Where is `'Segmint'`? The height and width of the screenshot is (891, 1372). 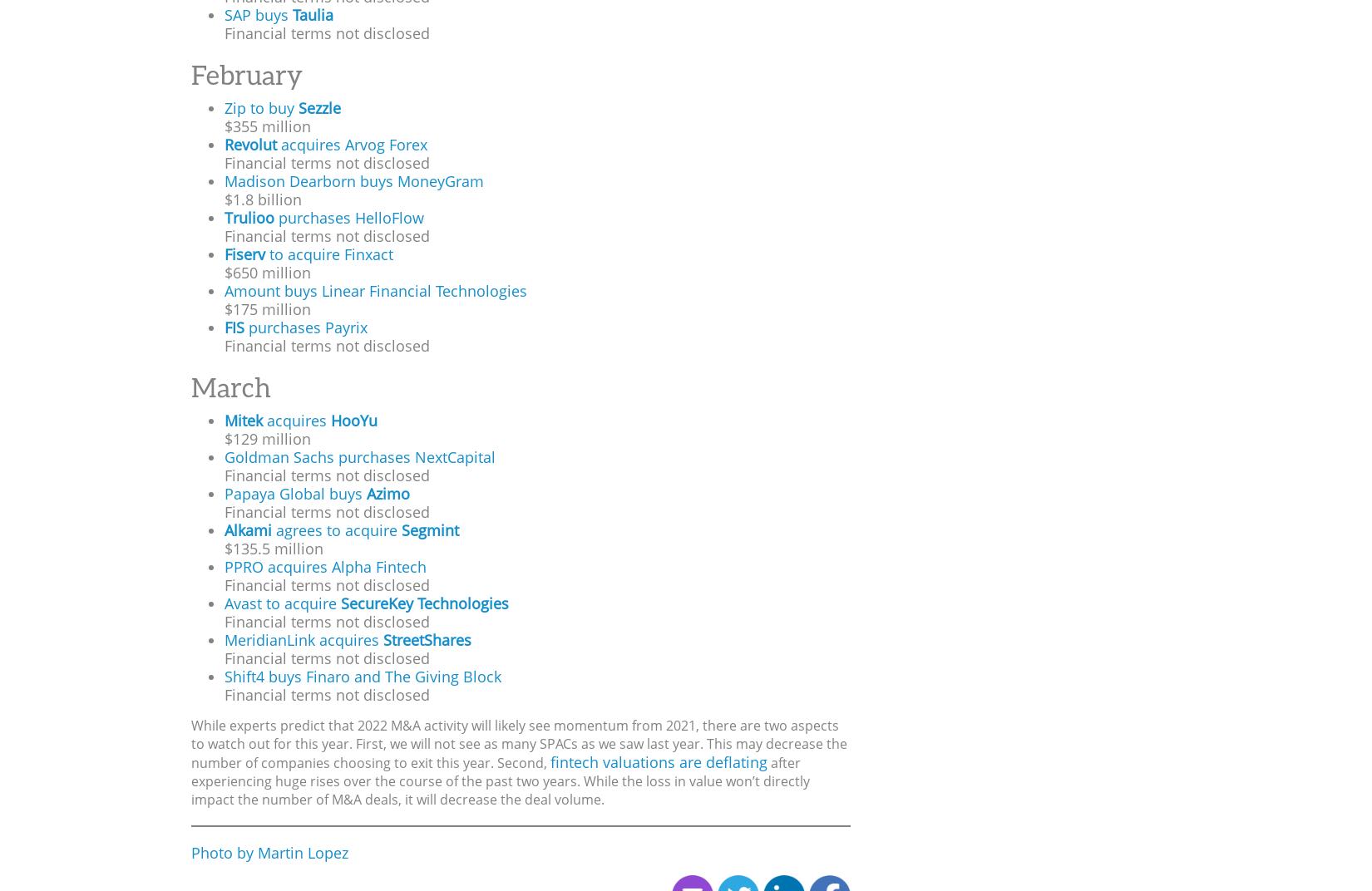
'Segmint' is located at coordinates (429, 529).